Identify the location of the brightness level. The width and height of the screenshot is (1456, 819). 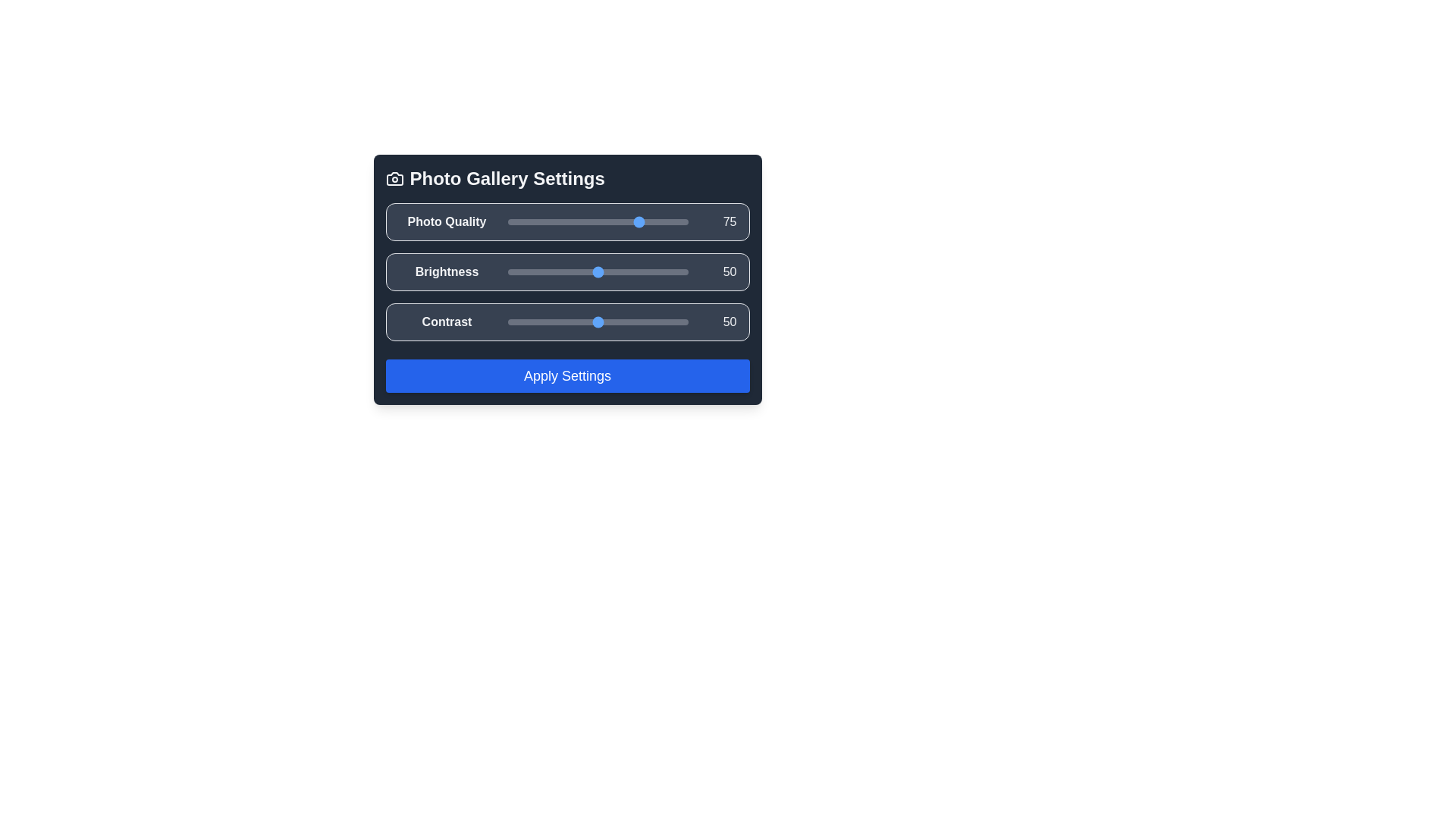
(507, 271).